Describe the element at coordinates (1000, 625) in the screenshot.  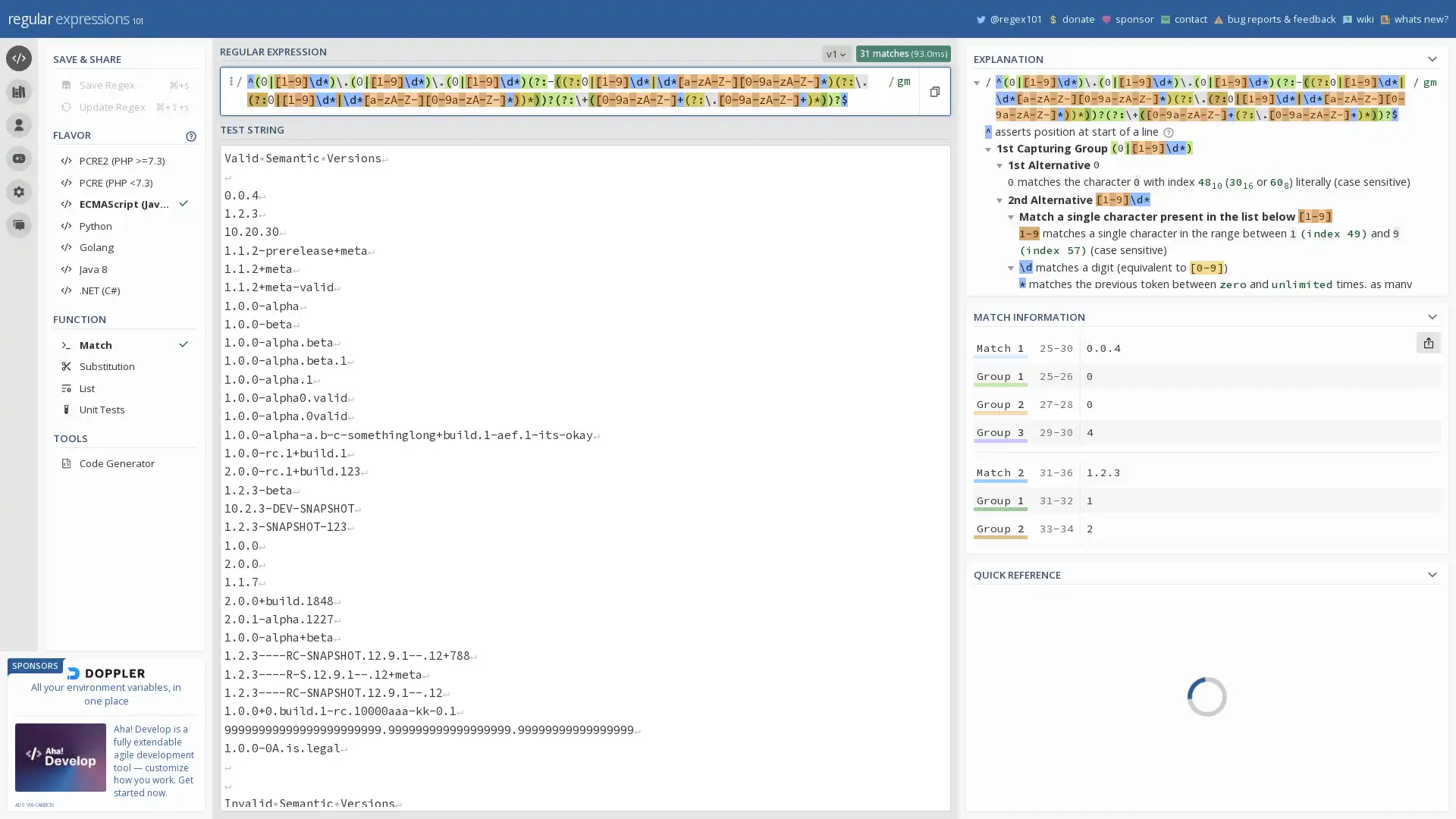
I see `Group 1` at that location.